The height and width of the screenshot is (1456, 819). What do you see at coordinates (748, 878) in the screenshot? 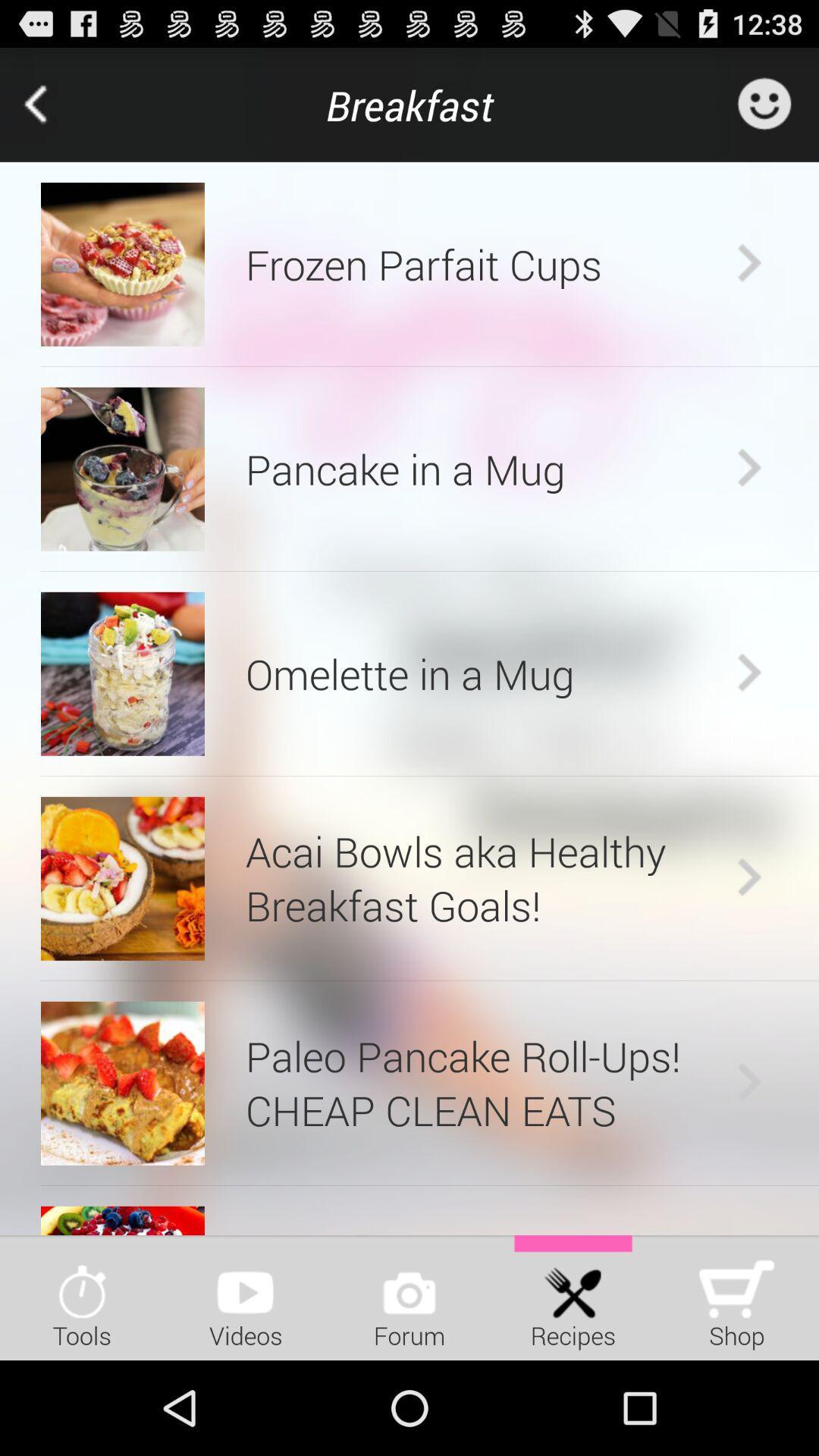
I see `the icon next to acai bowls aka` at bounding box center [748, 878].